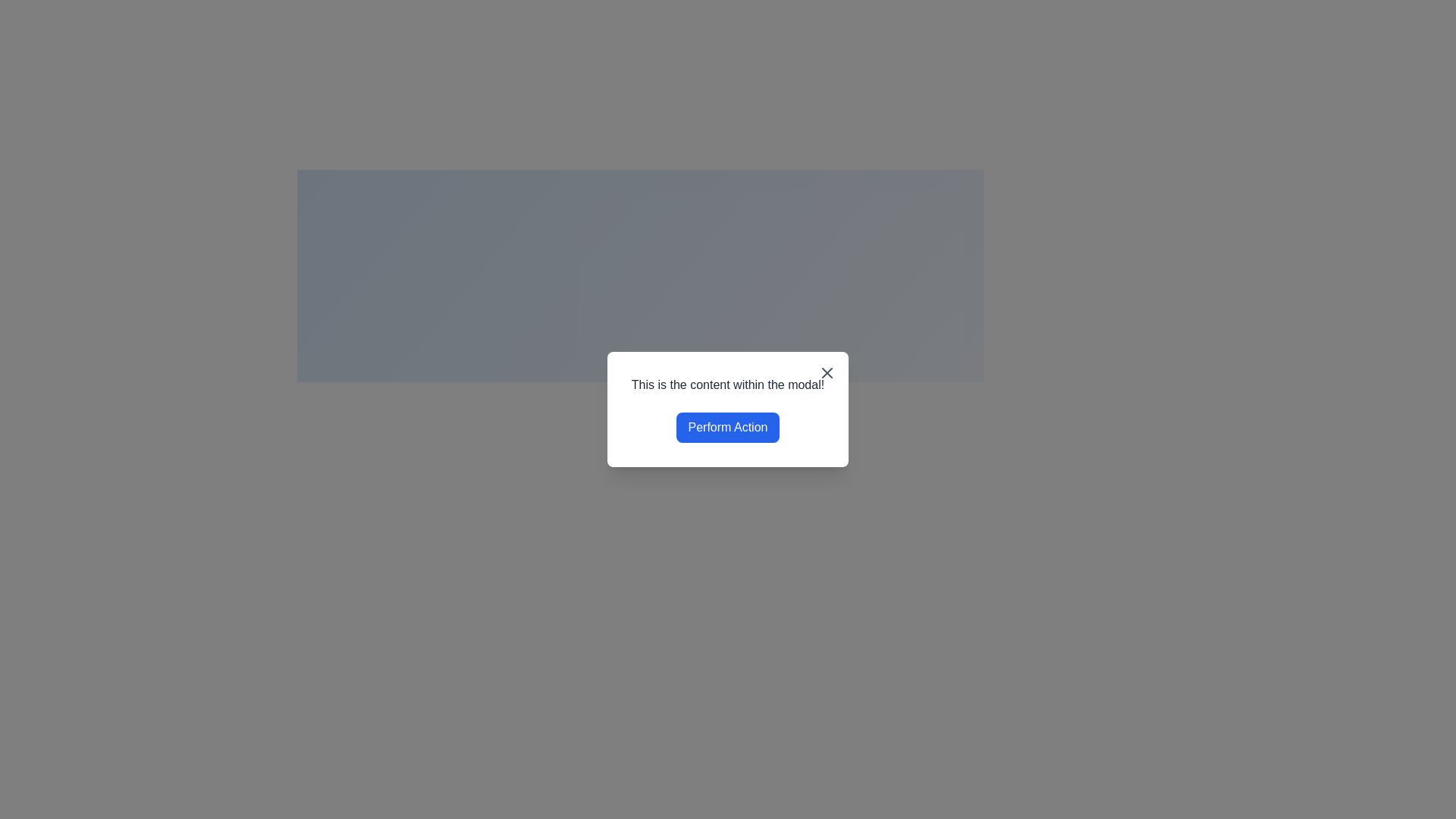 The image size is (1456, 819). I want to click on the diagonal cross ('X') symbol in the top-right corner of the modal window, so click(827, 373).